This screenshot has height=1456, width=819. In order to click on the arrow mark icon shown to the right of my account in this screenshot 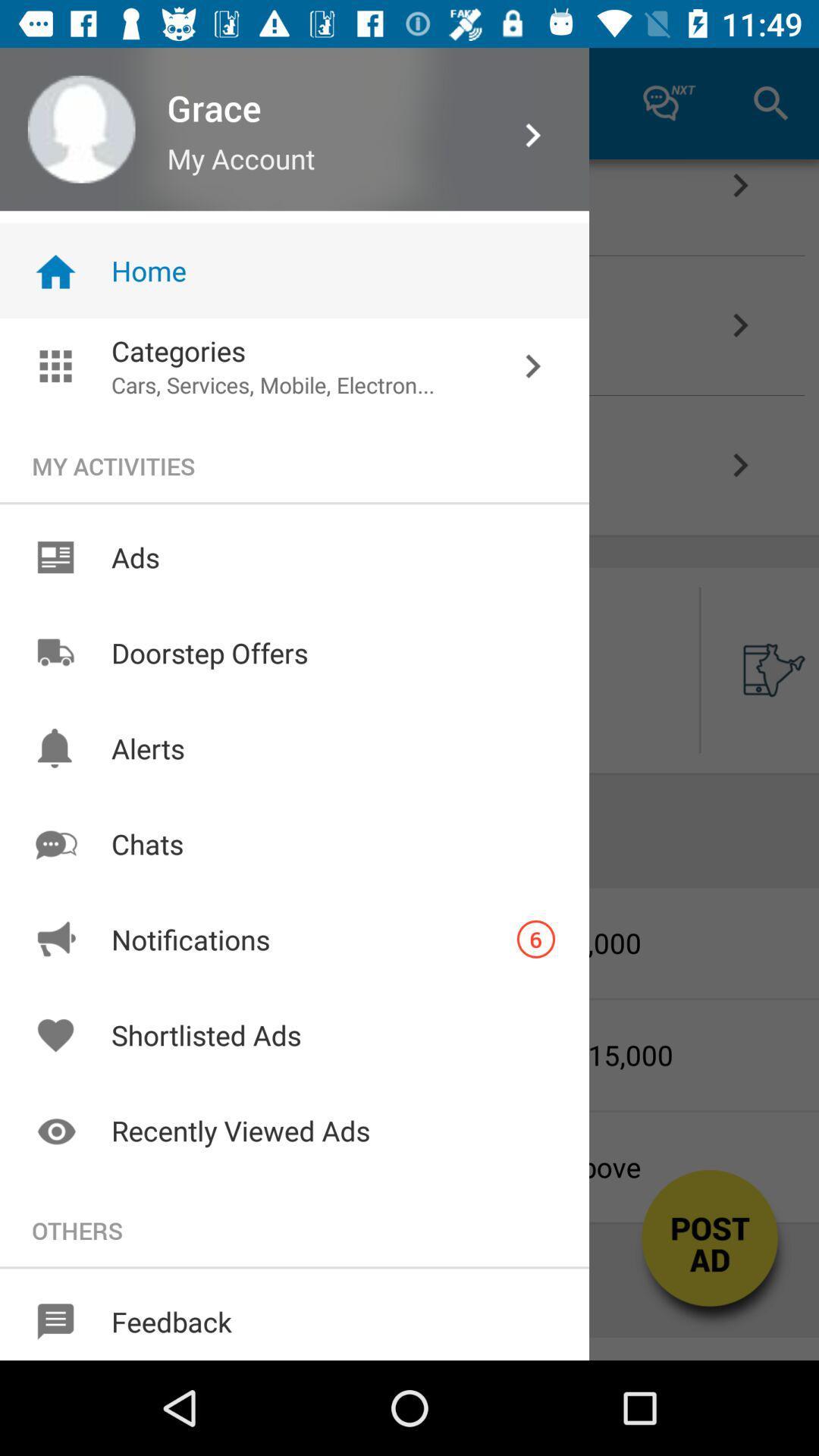, I will do `click(532, 135)`.